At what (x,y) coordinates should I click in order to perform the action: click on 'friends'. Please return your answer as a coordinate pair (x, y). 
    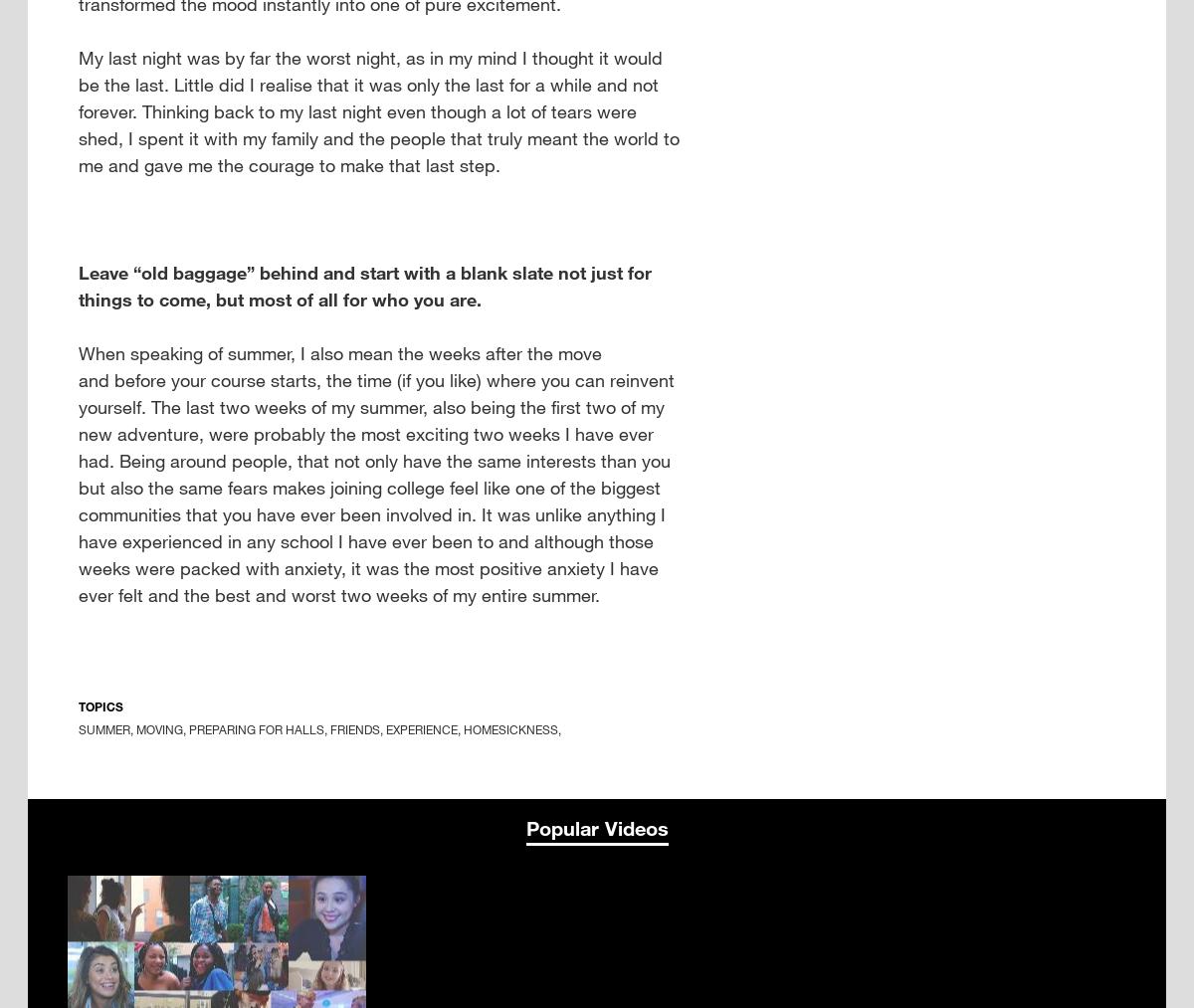
    Looking at the image, I should click on (355, 729).